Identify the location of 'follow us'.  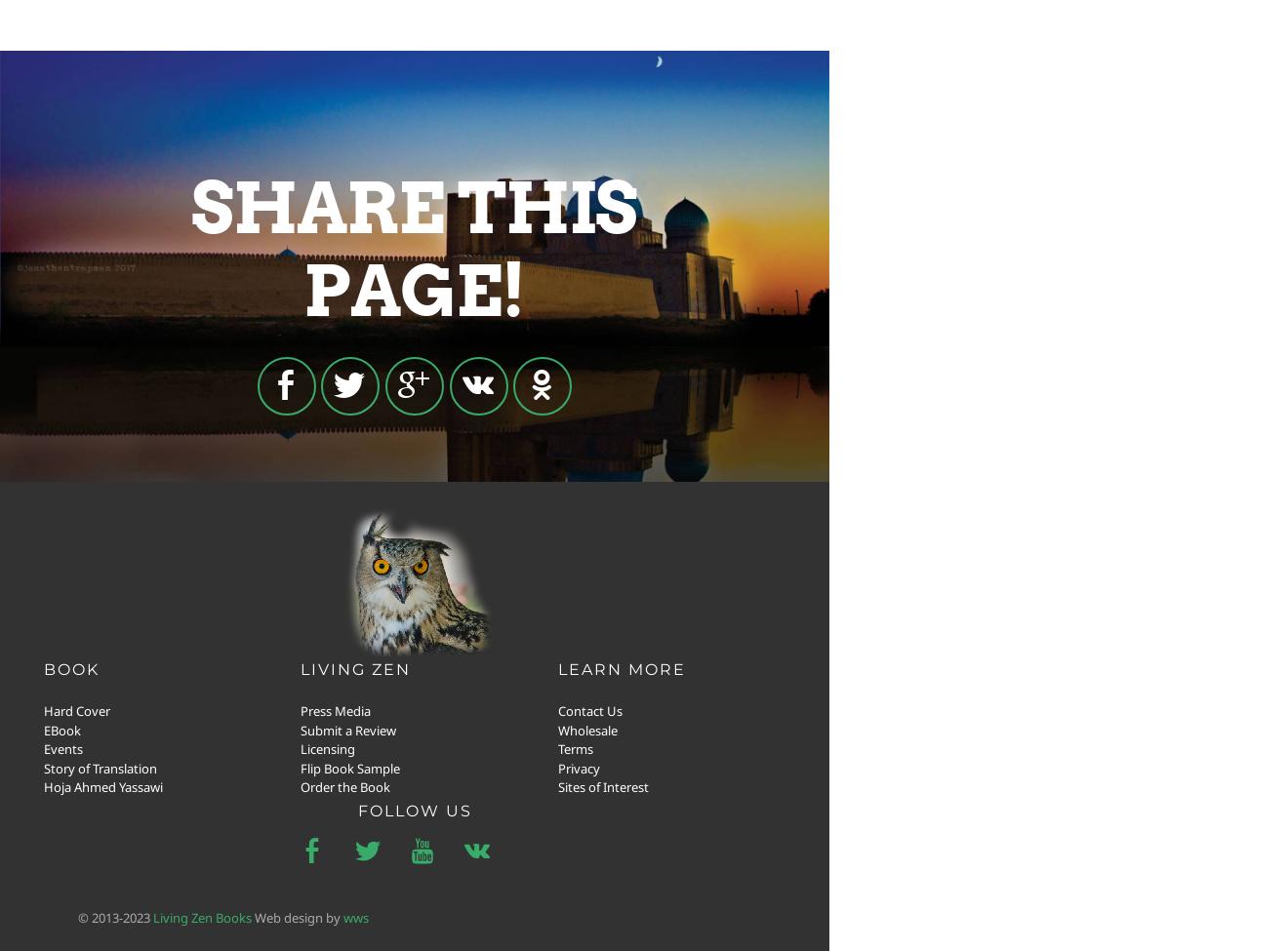
(356, 810).